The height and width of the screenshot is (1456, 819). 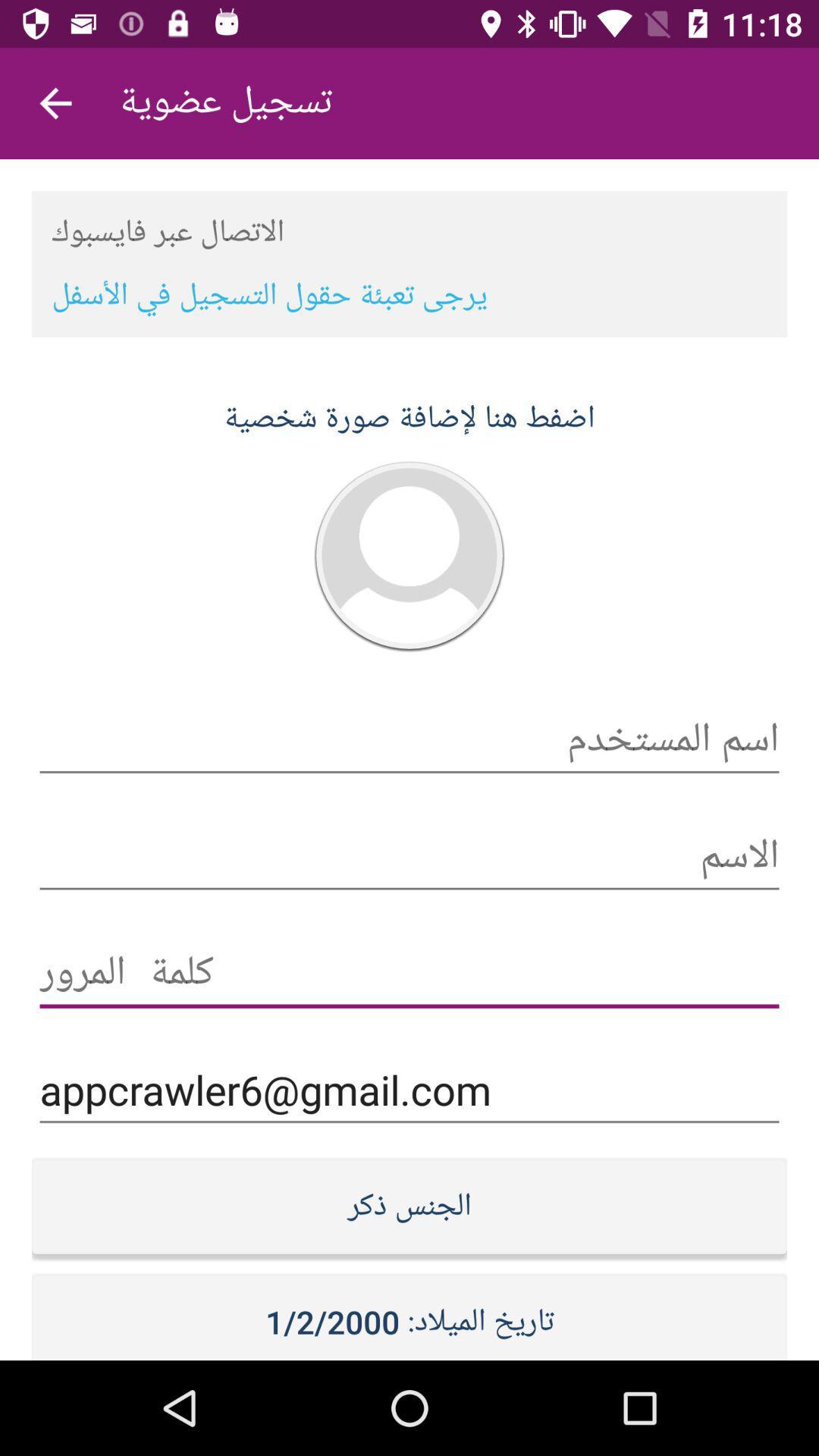 I want to click on the item below grace icon, so click(x=409, y=1089).